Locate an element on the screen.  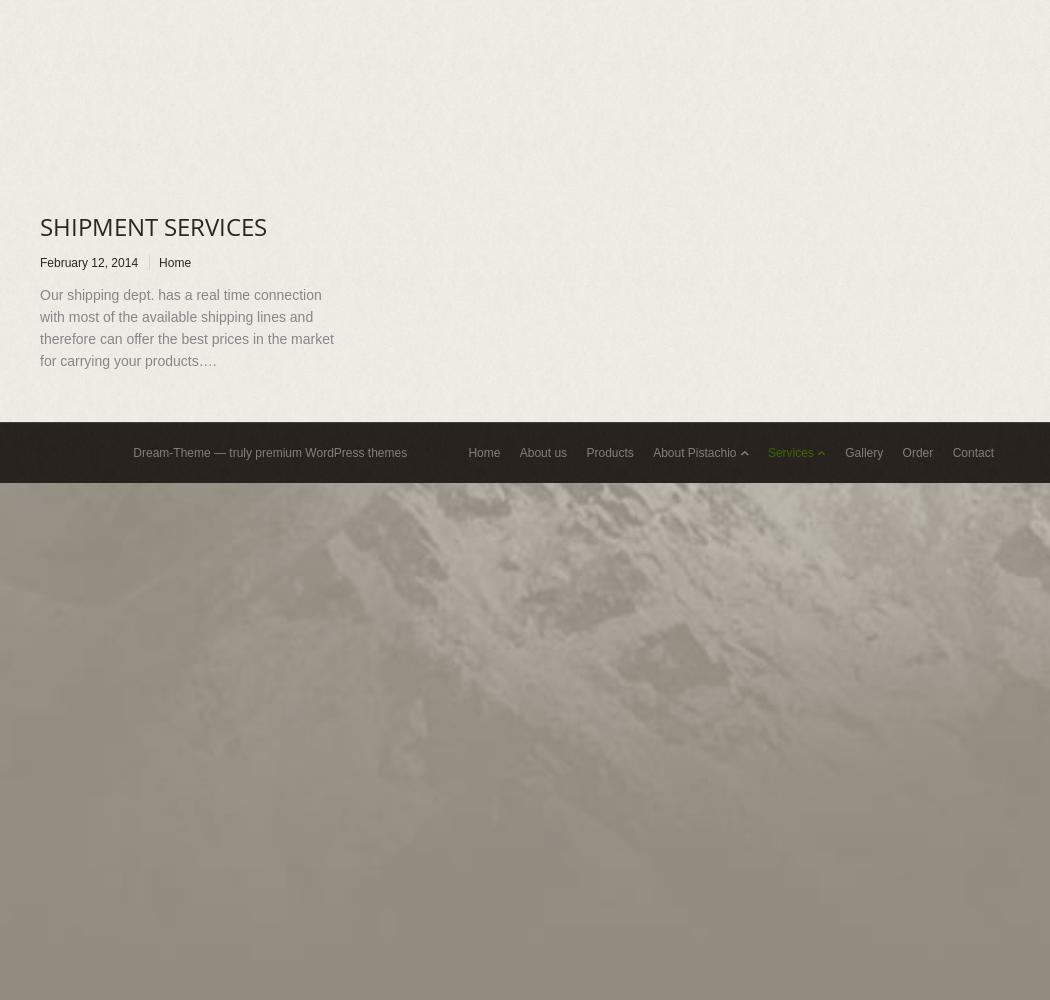
'About Pistachio' is located at coordinates (694, 452).